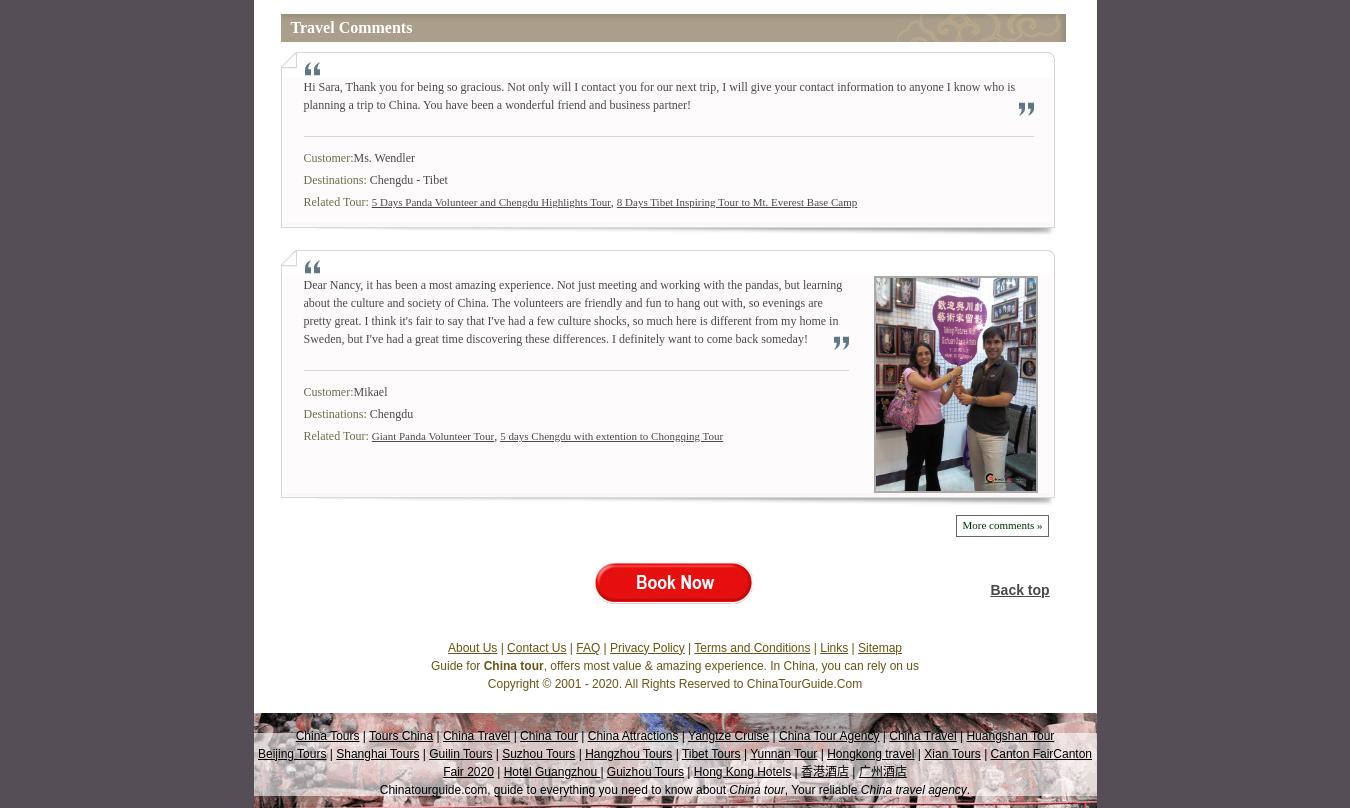 The height and width of the screenshot is (808, 1350). Describe the element at coordinates (535, 646) in the screenshot. I see `'Contact Us'` at that location.